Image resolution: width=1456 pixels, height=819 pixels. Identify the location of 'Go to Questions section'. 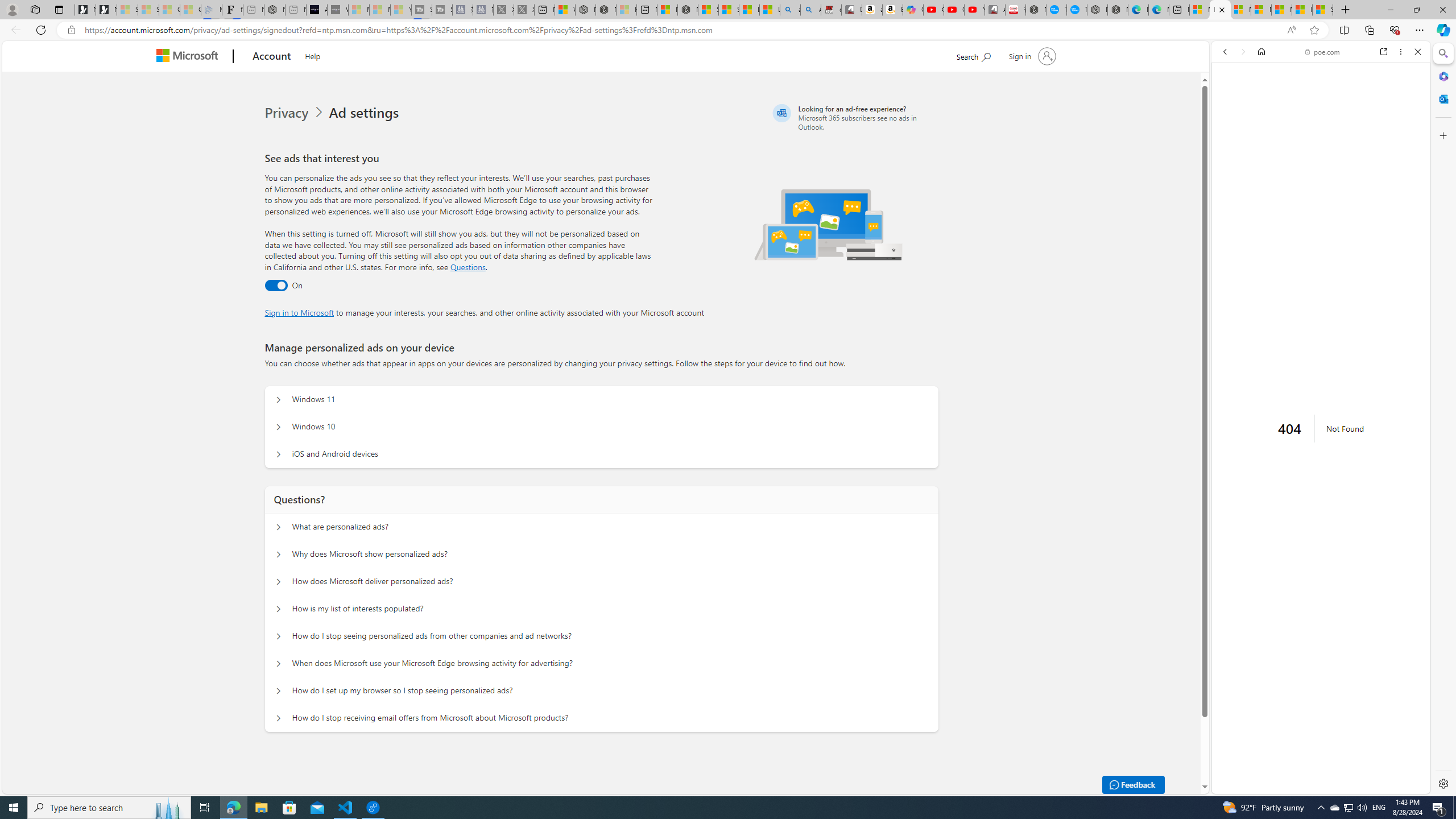
(468, 266).